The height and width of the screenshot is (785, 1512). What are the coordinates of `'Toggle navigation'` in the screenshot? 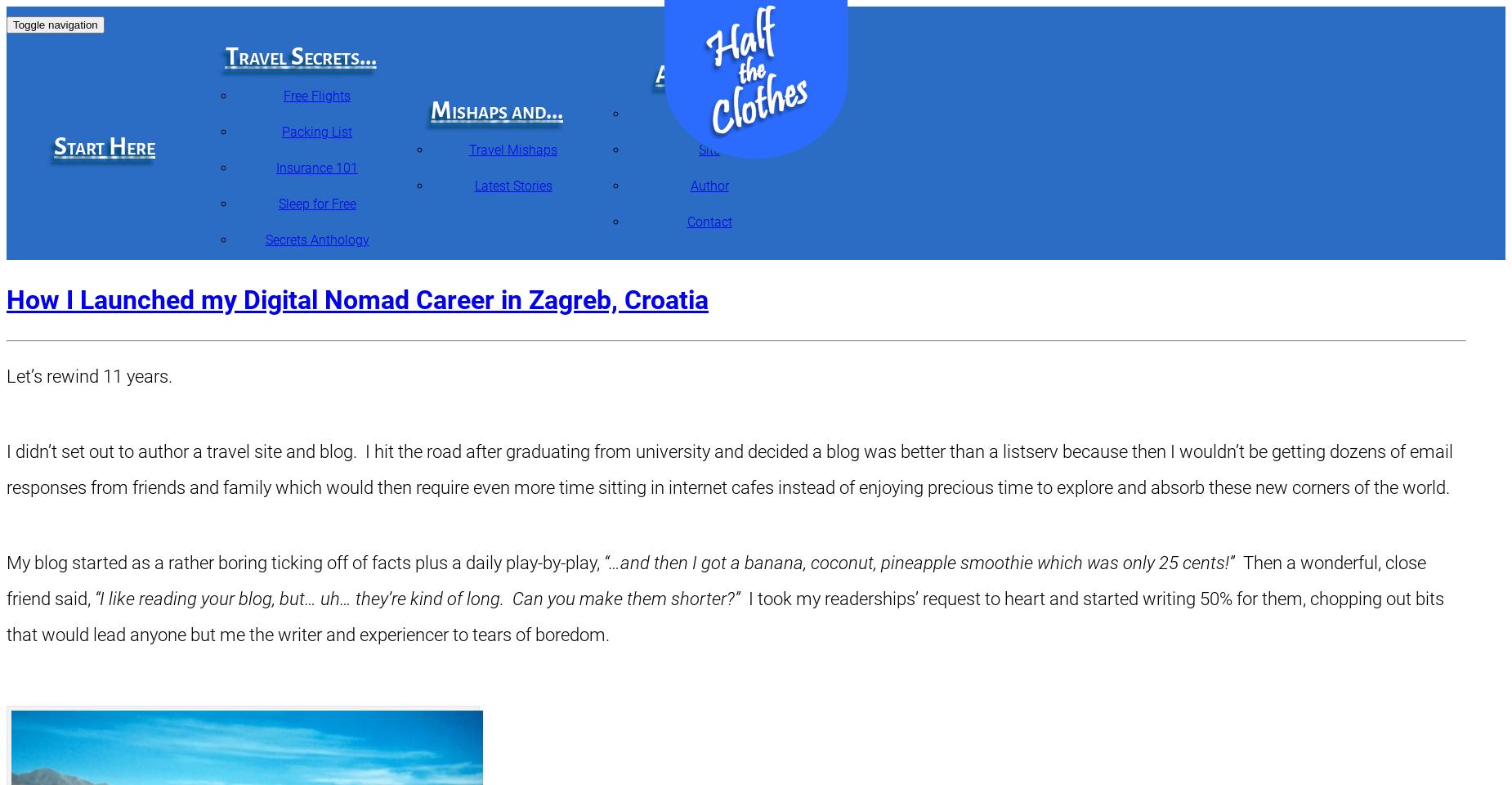 It's located at (54, 24).